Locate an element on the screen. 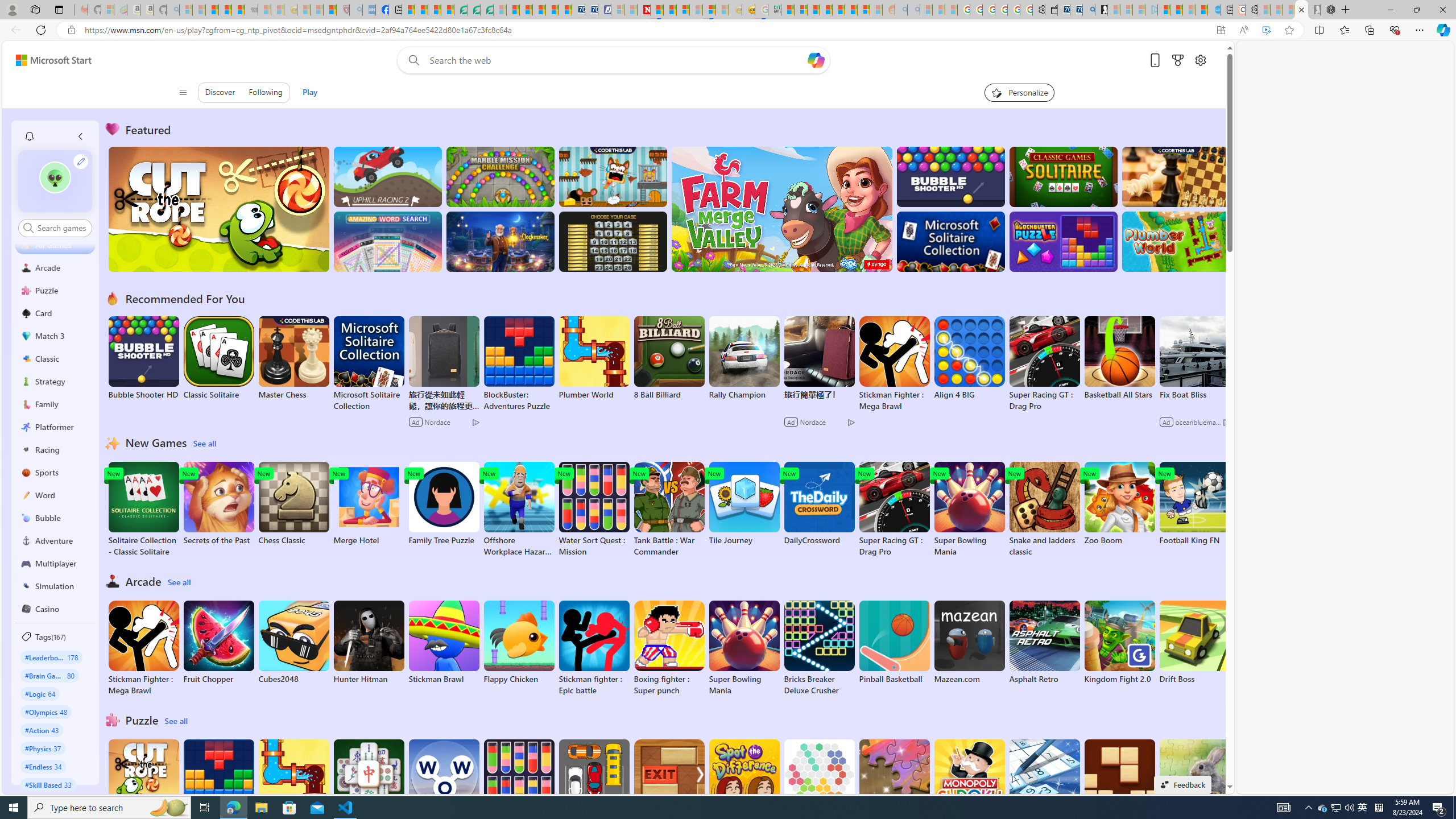 The image size is (1456, 819). 'Offshore Workplace Hazard Game' is located at coordinates (519, 510).